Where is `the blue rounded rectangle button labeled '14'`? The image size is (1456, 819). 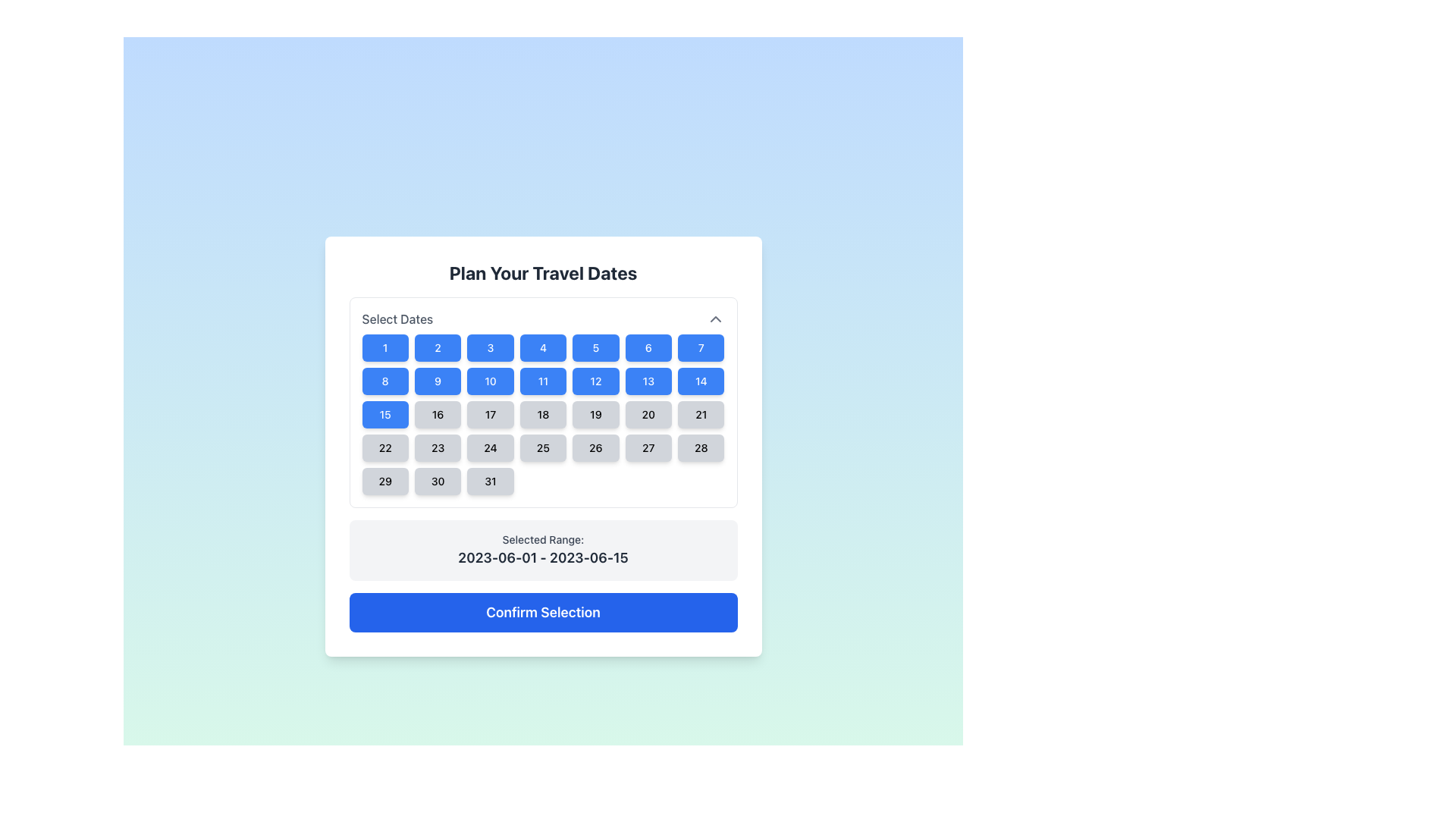 the blue rounded rectangle button labeled '14' is located at coordinates (700, 380).